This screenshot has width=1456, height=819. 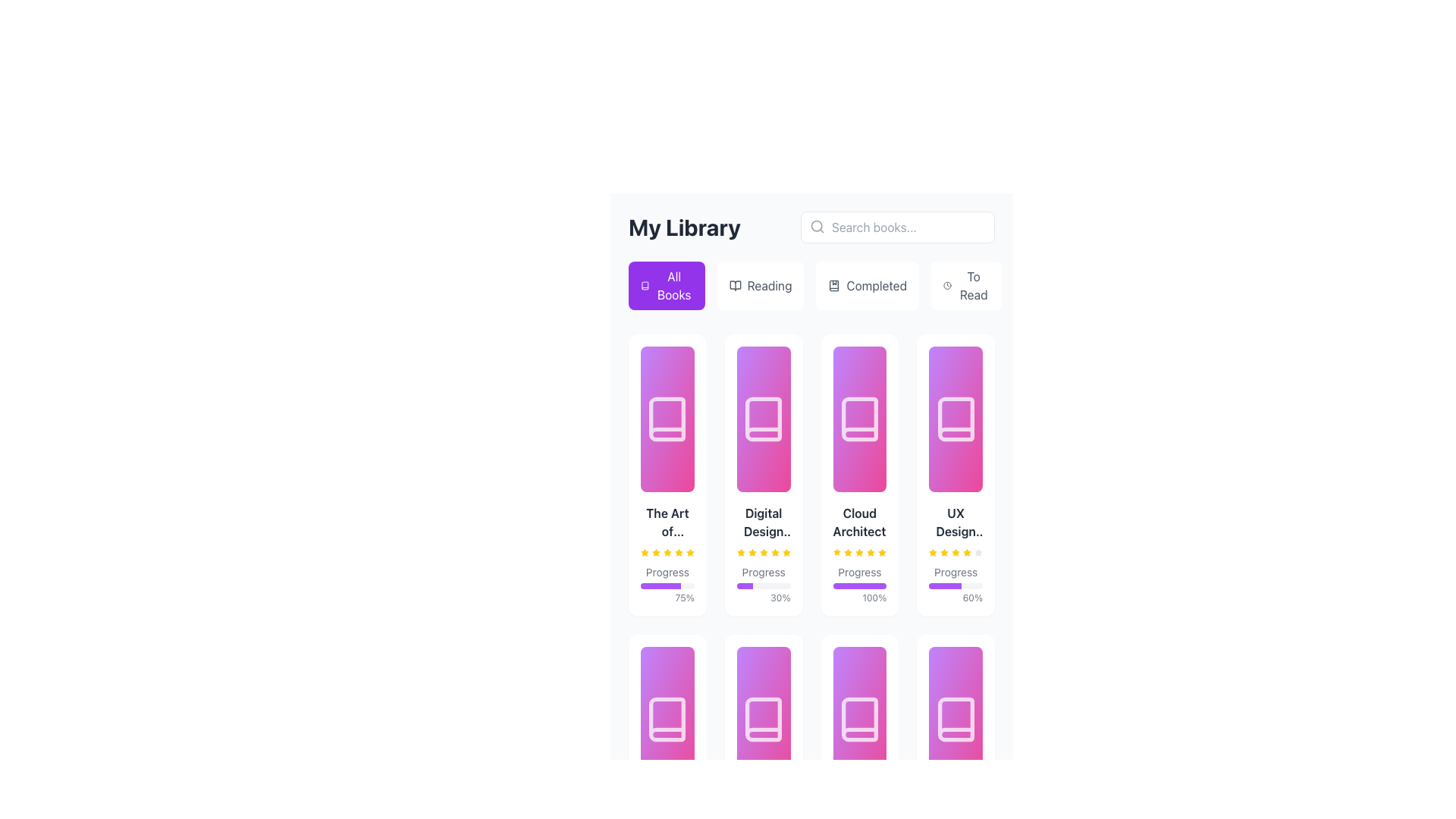 I want to click on the active yellow star icon in the rating component for the 'UX Design' book card, so click(x=932, y=552).